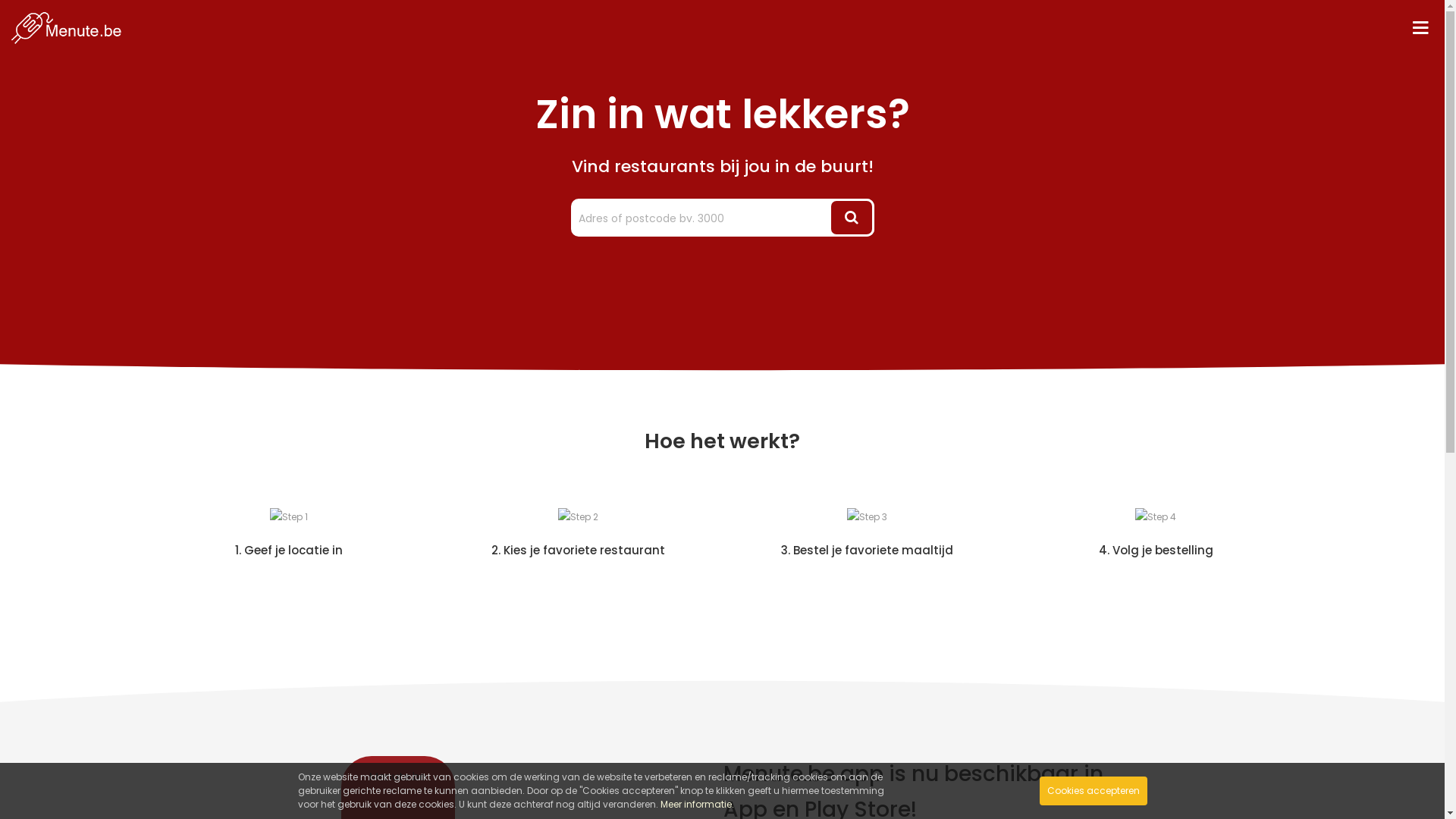 The width and height of the screenshot is (1456, 819). Describe the element at coordinates (1092, 789) in the screenshot. I see `'Cookies accepteren'` at that location.